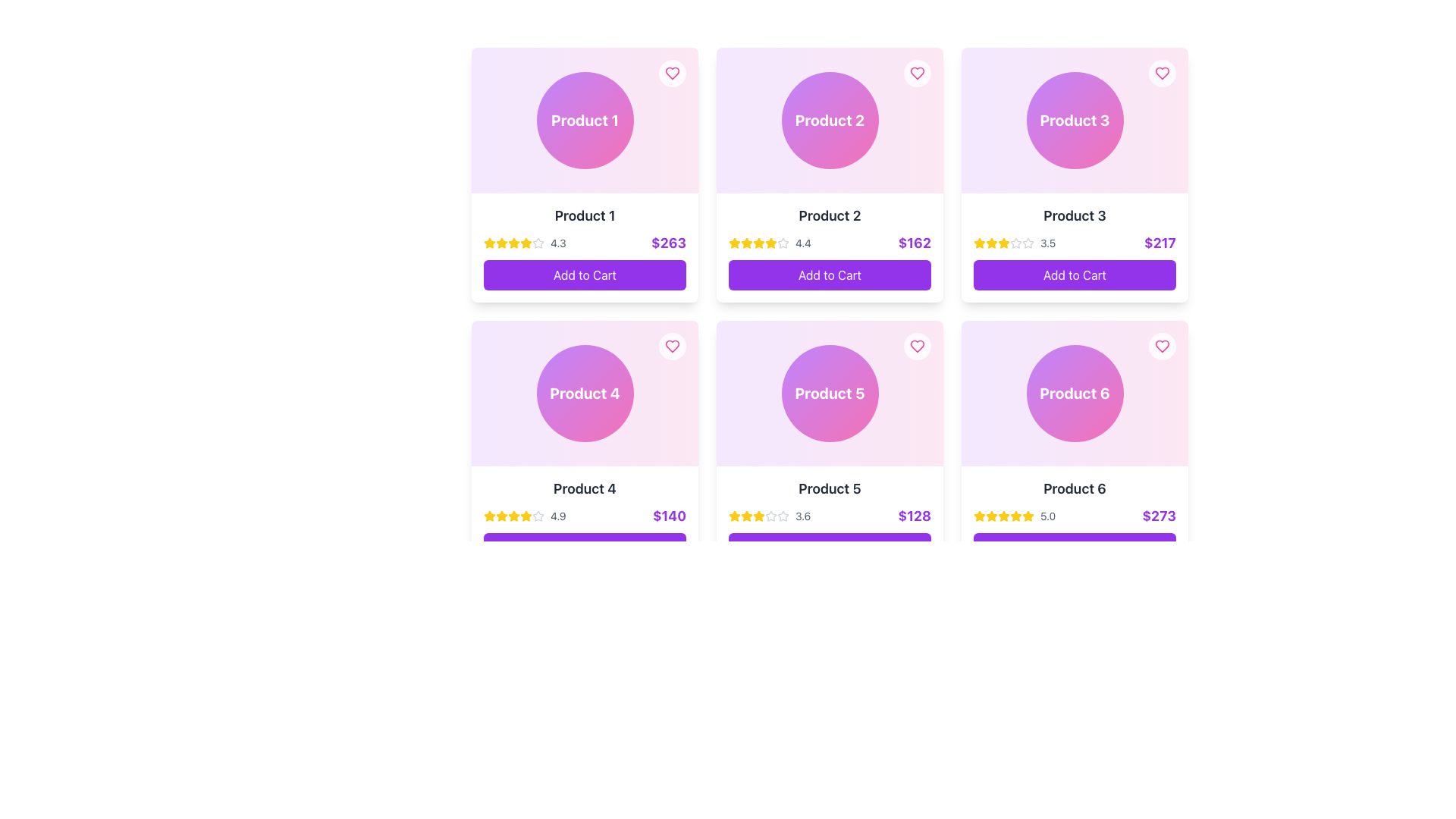 This screenshot has width=1456, height=819. I want to click on the third star icon in the rating section of the 'Product 3' card to interact with the rating indicator, so click(979, 242).